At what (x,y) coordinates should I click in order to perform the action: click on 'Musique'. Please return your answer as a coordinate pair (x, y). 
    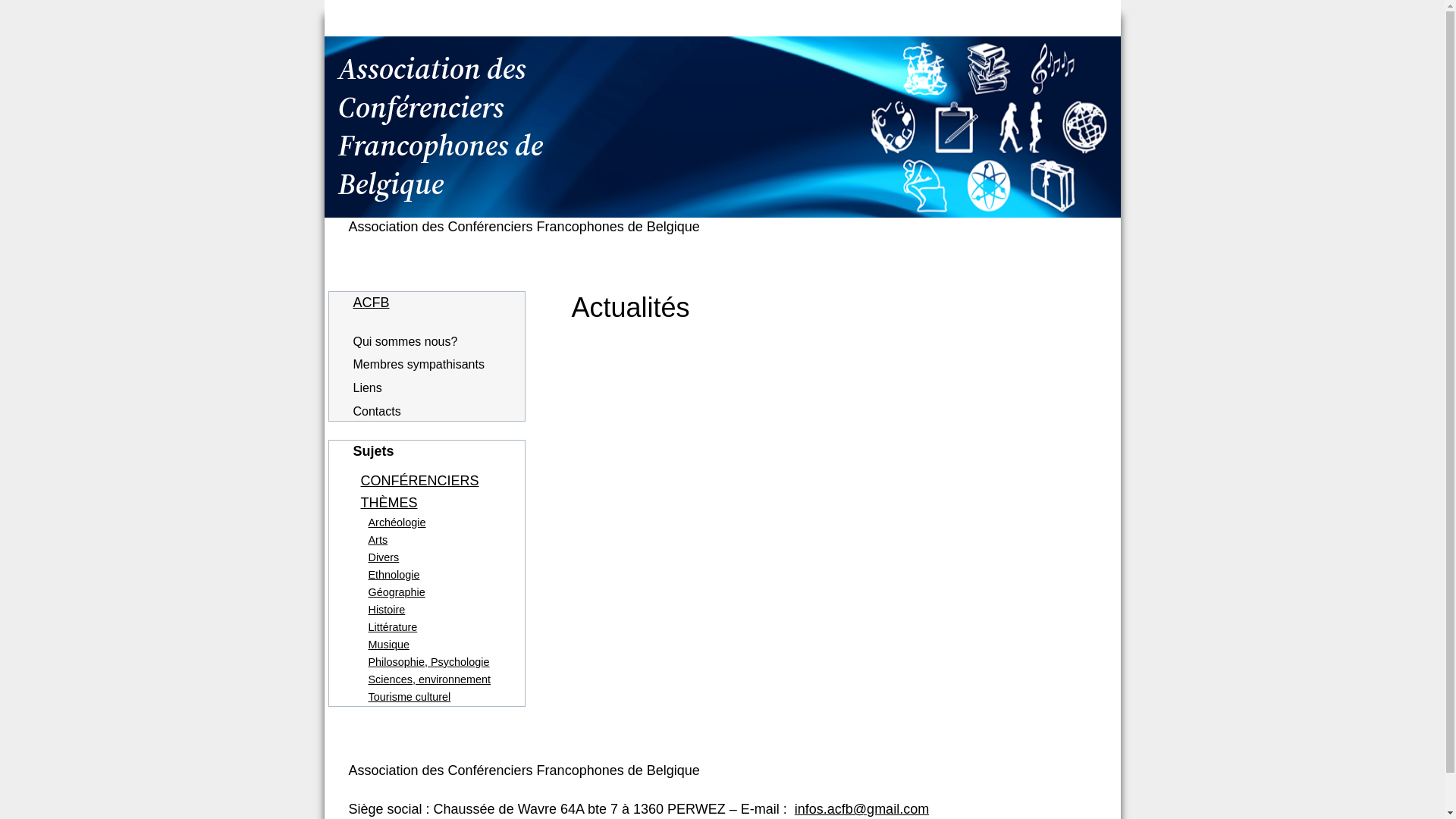
    Looking at the image, I should click on (389, 644).